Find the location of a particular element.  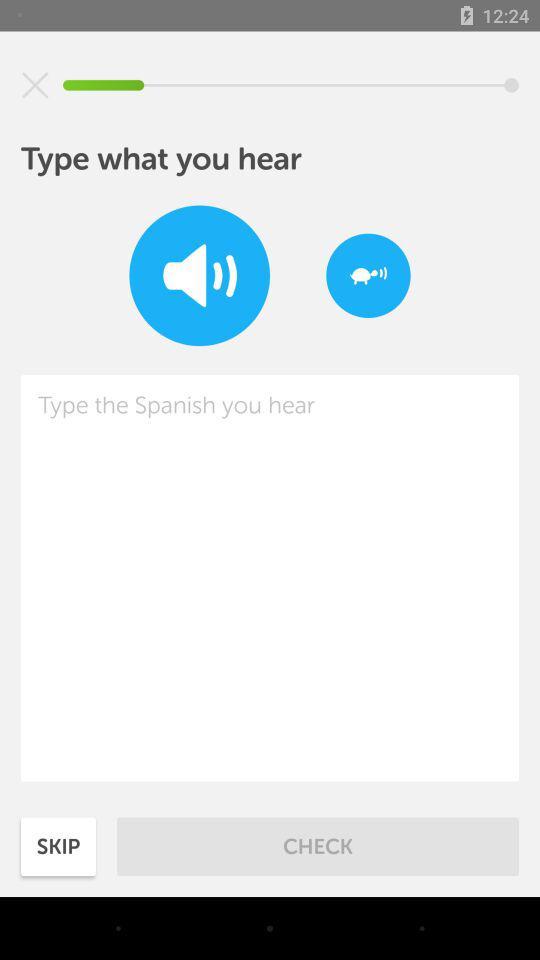

the check icon is located at coordinates (318, 845).